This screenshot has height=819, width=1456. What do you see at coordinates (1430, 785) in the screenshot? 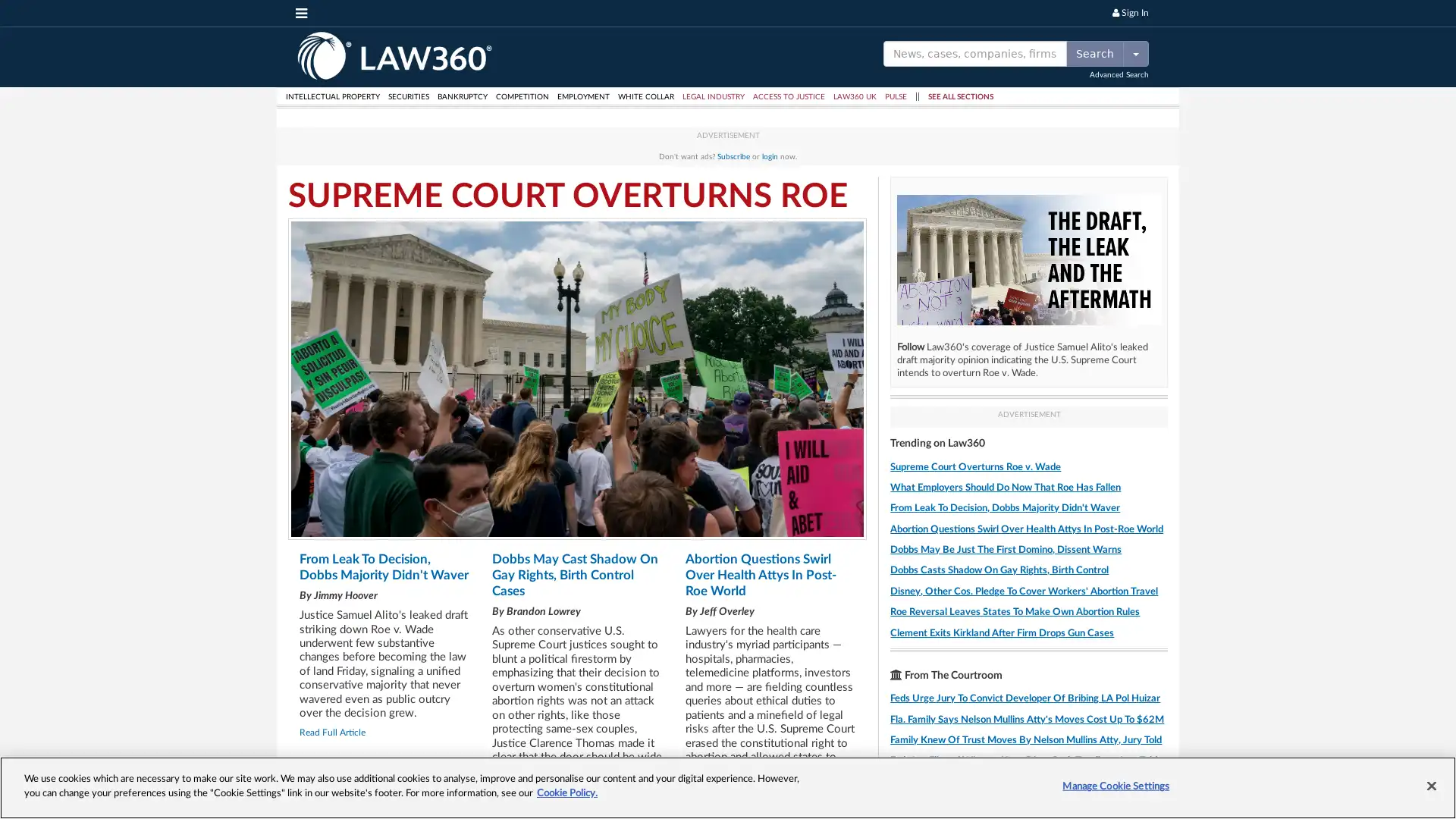
I see `Close` at bounding box center [1430, 785].